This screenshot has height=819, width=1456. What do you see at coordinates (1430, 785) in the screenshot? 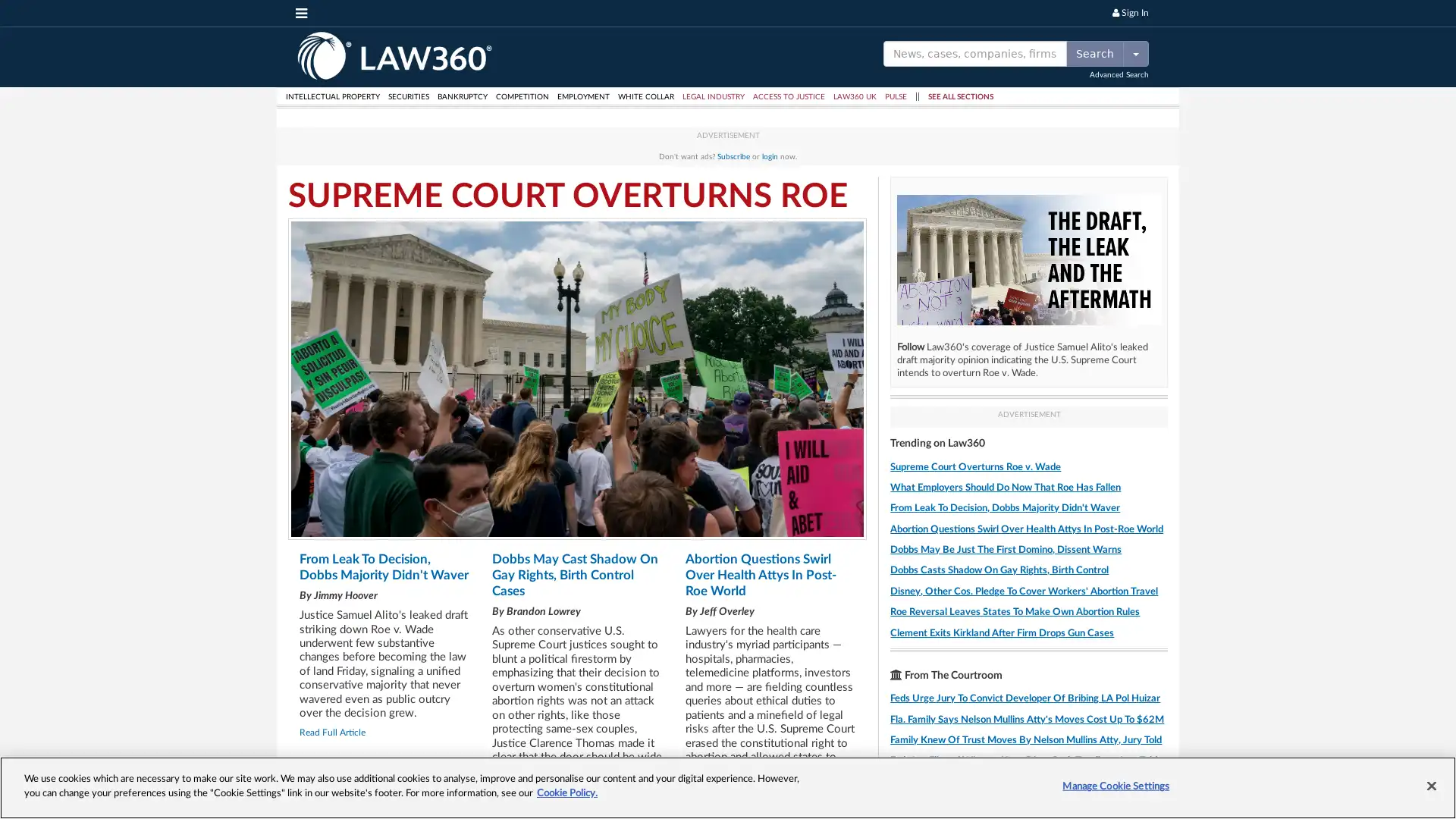
I see `Close` at bounding box center [1430, 785].